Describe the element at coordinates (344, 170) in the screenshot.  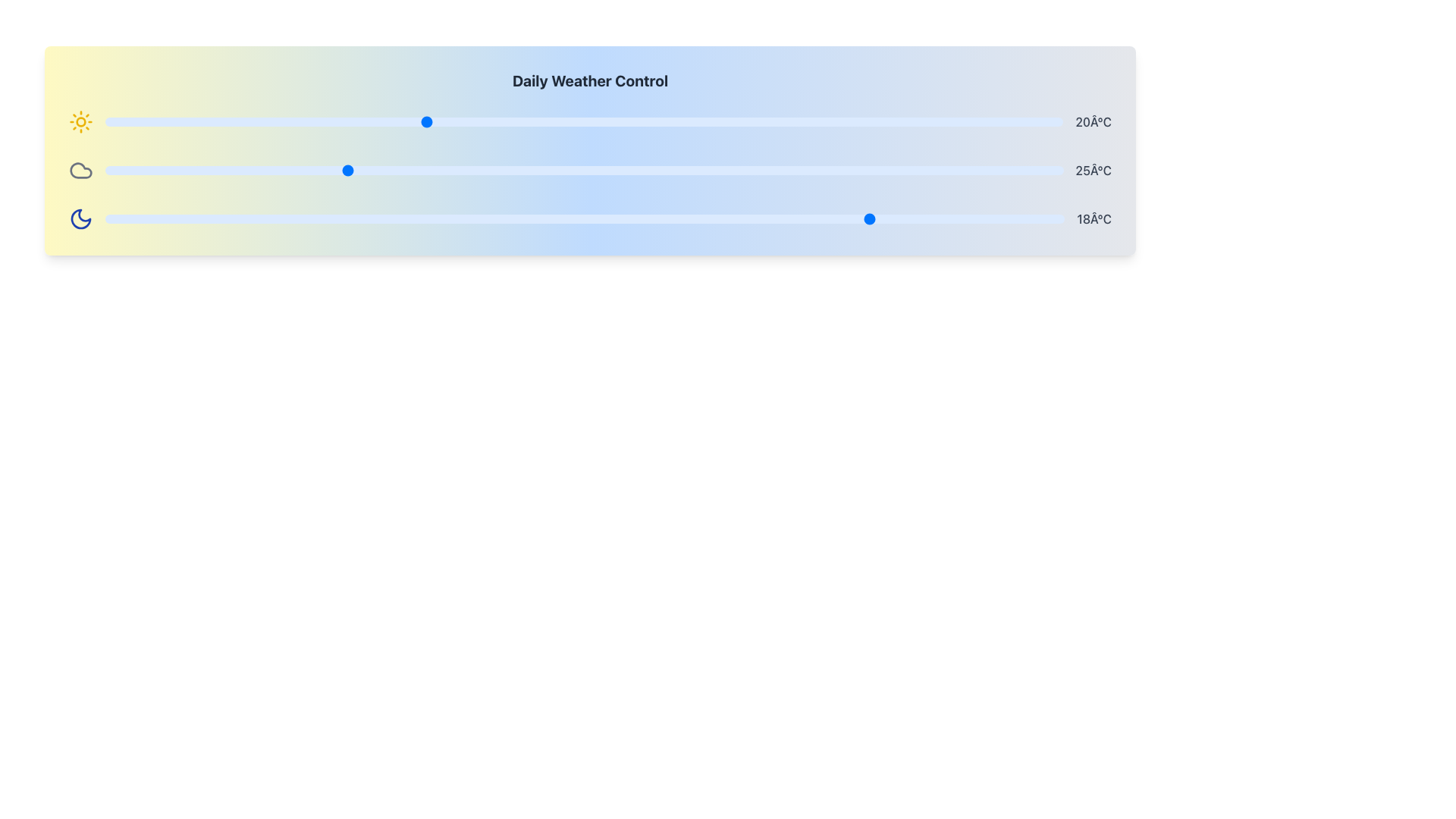
I see `the temperature` at that location.